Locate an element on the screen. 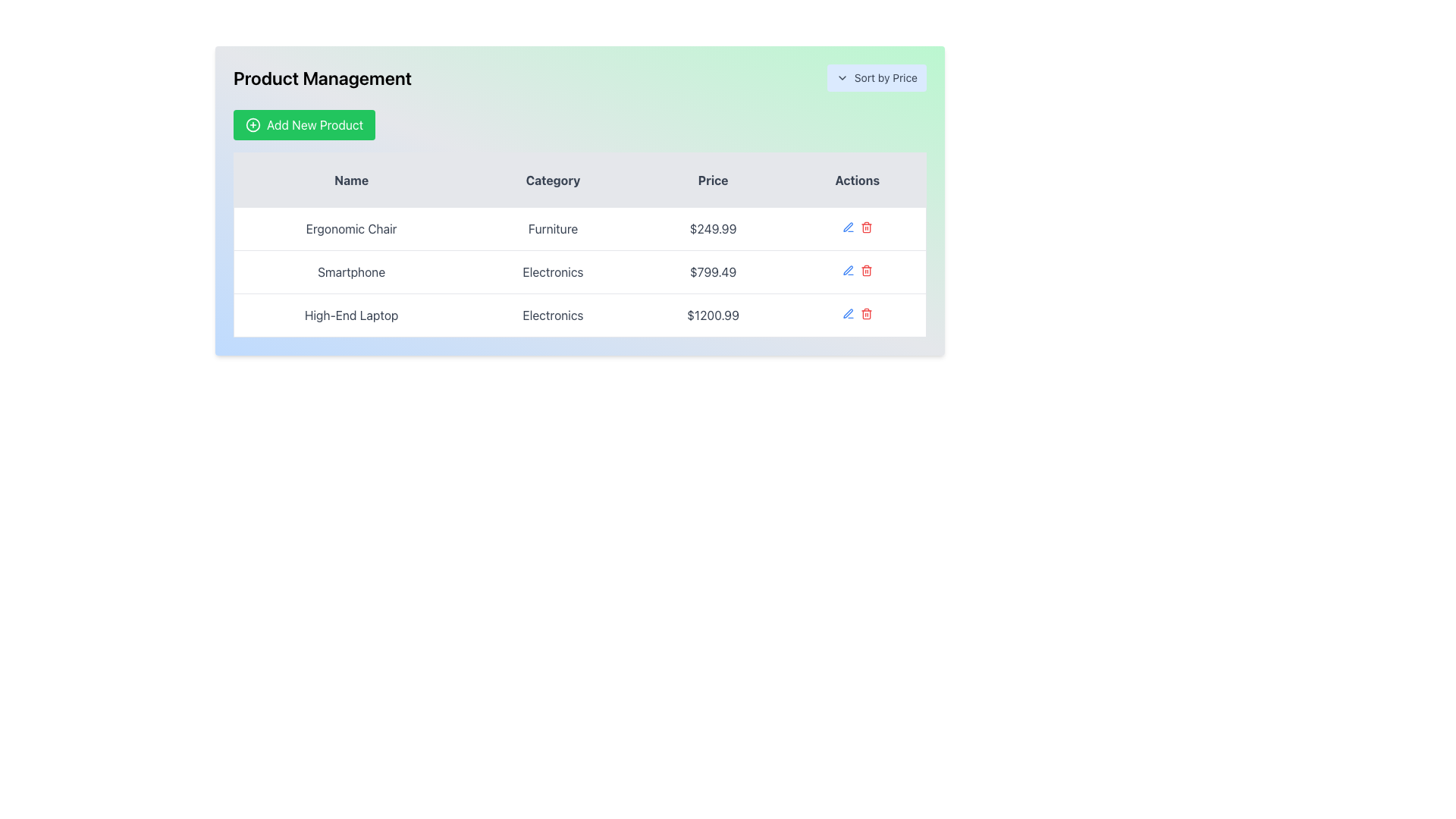 The height and width of the screenshot is (819, 1456). the 'Sort by Price' dropdown menu trigger located in the top-right corner of the 'Product Management' section is located at coordinates (877, 78).